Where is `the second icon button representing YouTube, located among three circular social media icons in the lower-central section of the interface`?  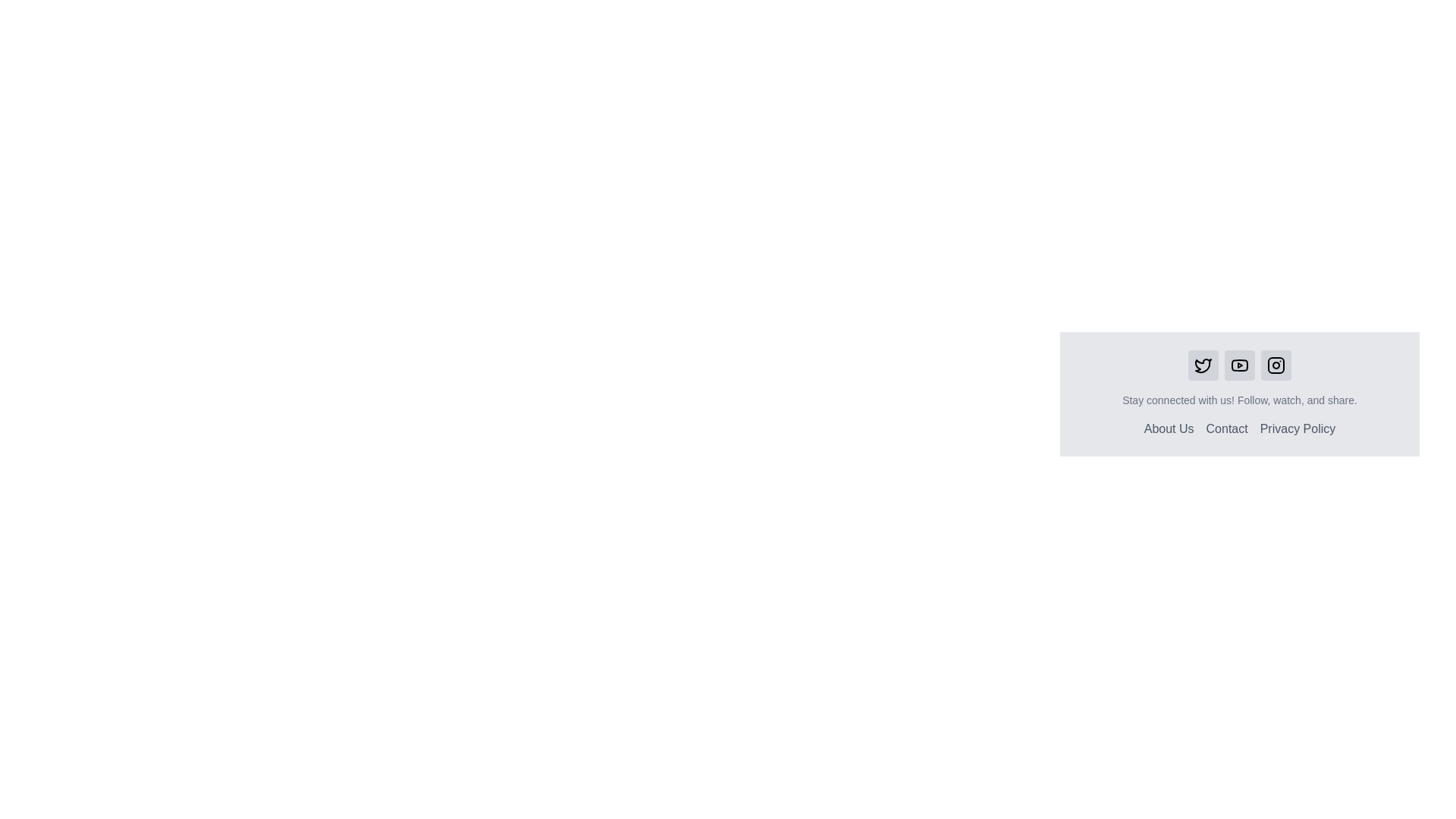 the second icon button representing YouTube, located among three circular social media icons in the lower-central section of the interface is located at coordinates (1240, 366).